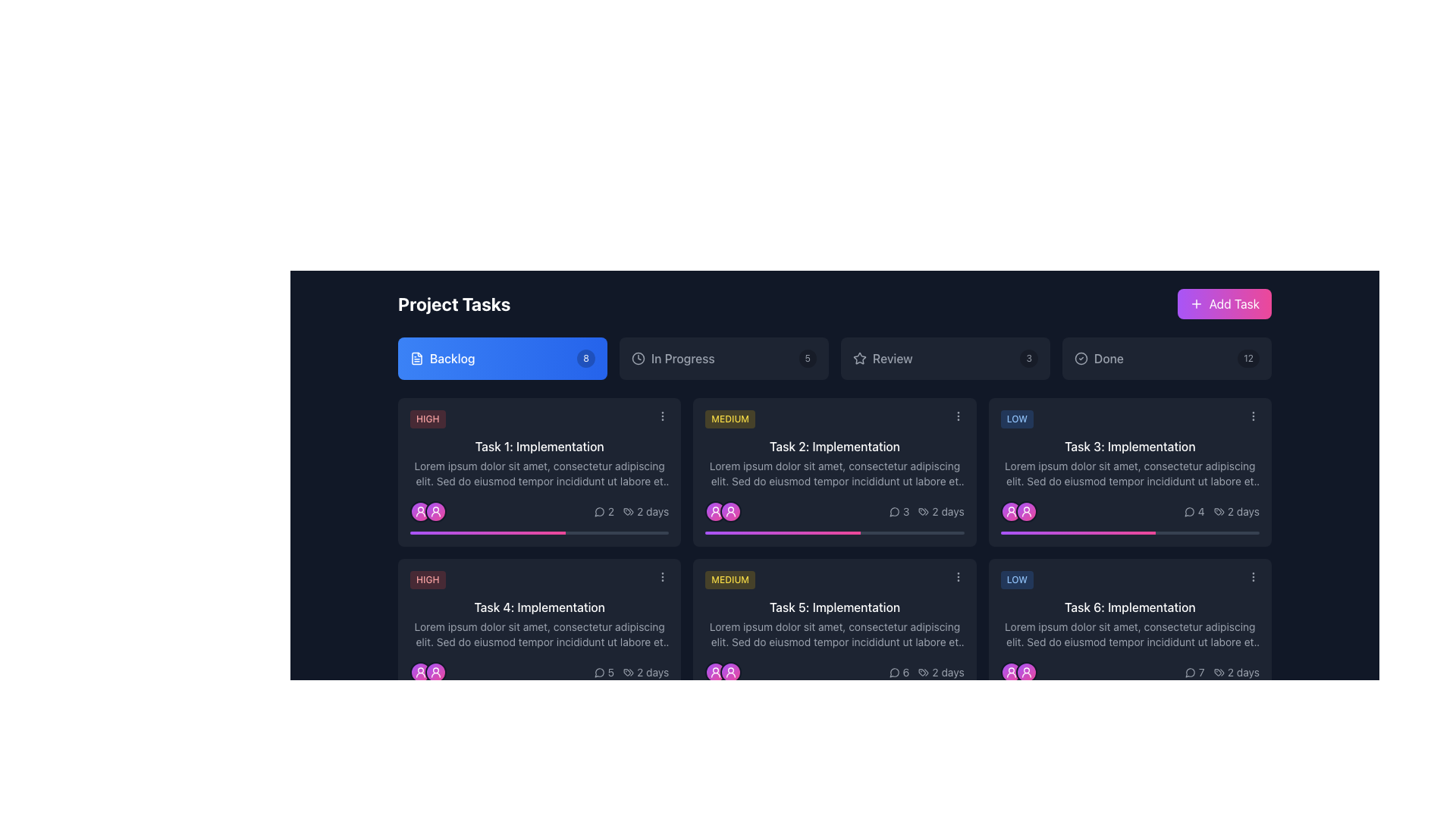 The image size is (1456, 819). Describe the element at coordinates (783, 693) in the screenshot. I see `the length of the Progress bar fill indicating 60% completion of Task 5 in the implementation process` at that location.